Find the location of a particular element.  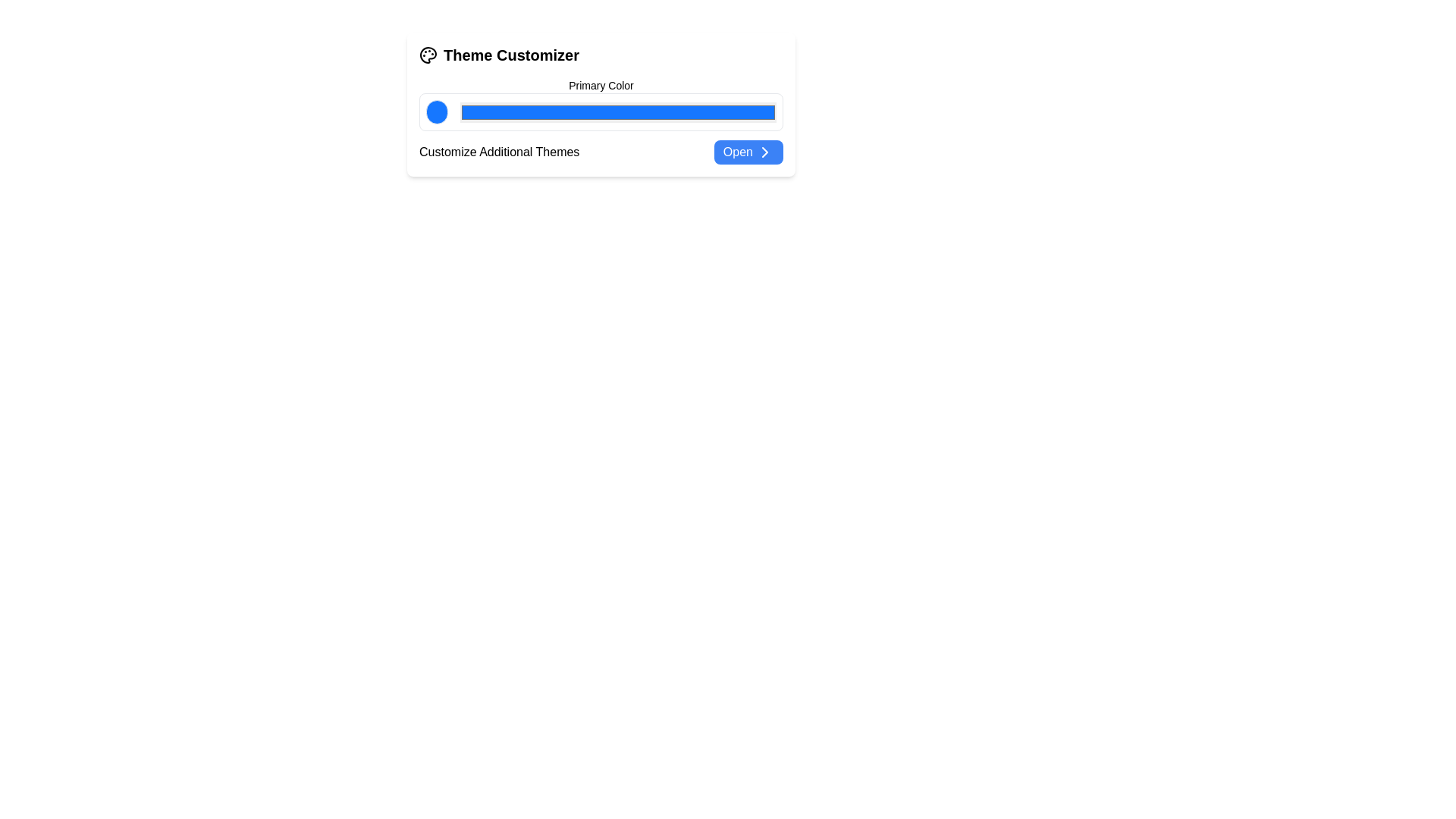

the chevron icon located at the far right edge of the blue 'Open' button is located at coordinates (764, 152).